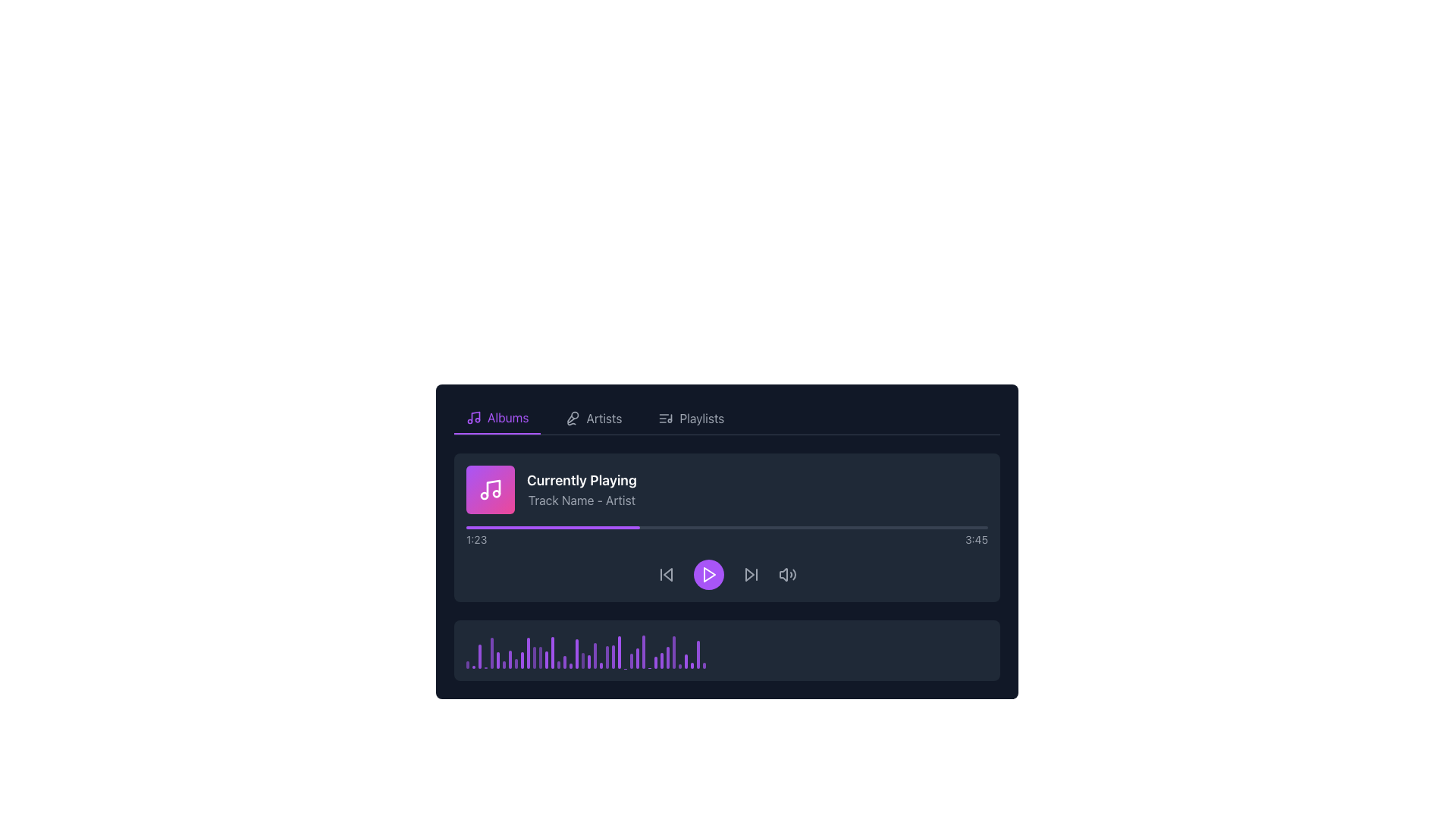  Describe the element at coordinates (751, 575) in the screenshot. I see `the Icon button designed for media control, which is the third button in the playback controls row` at that location.